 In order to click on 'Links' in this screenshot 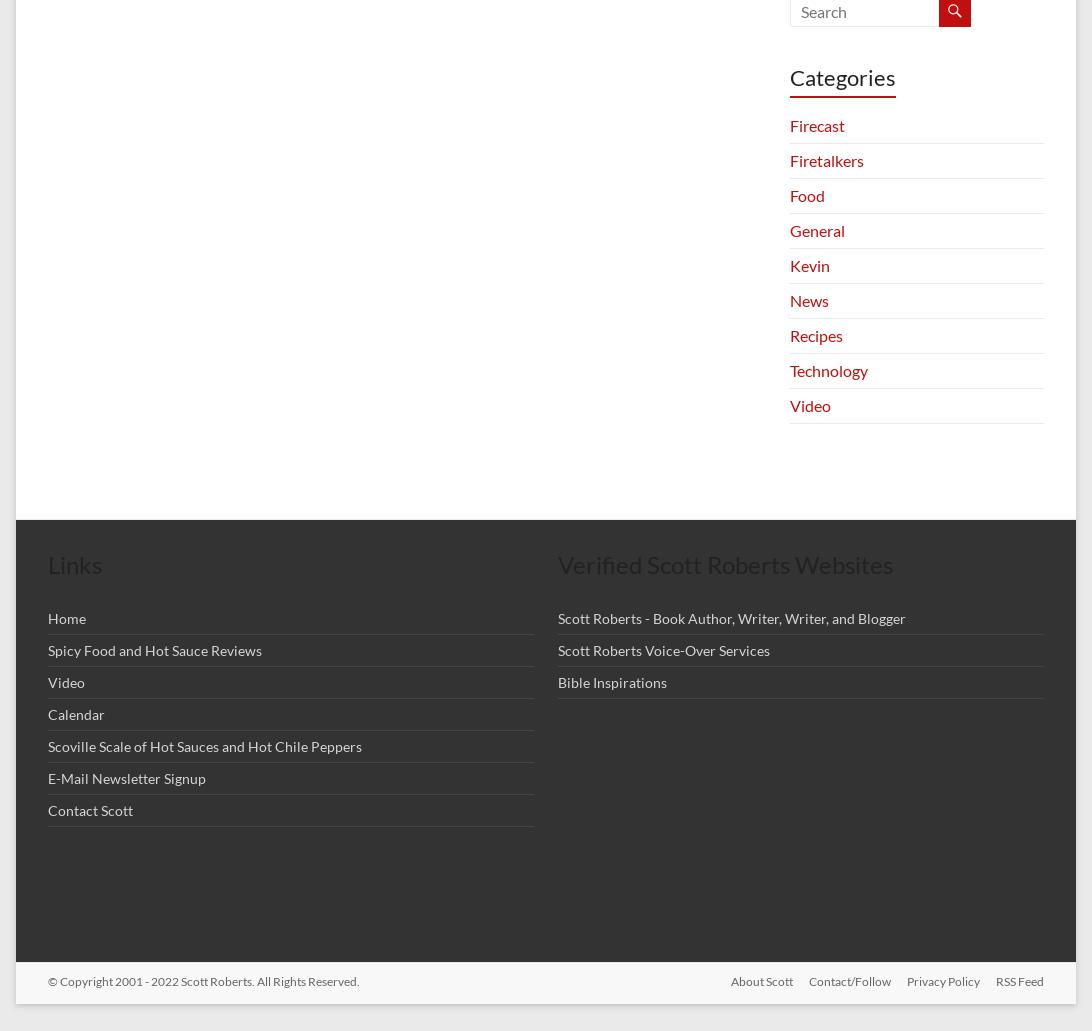, I will do `click(75, 563)`.